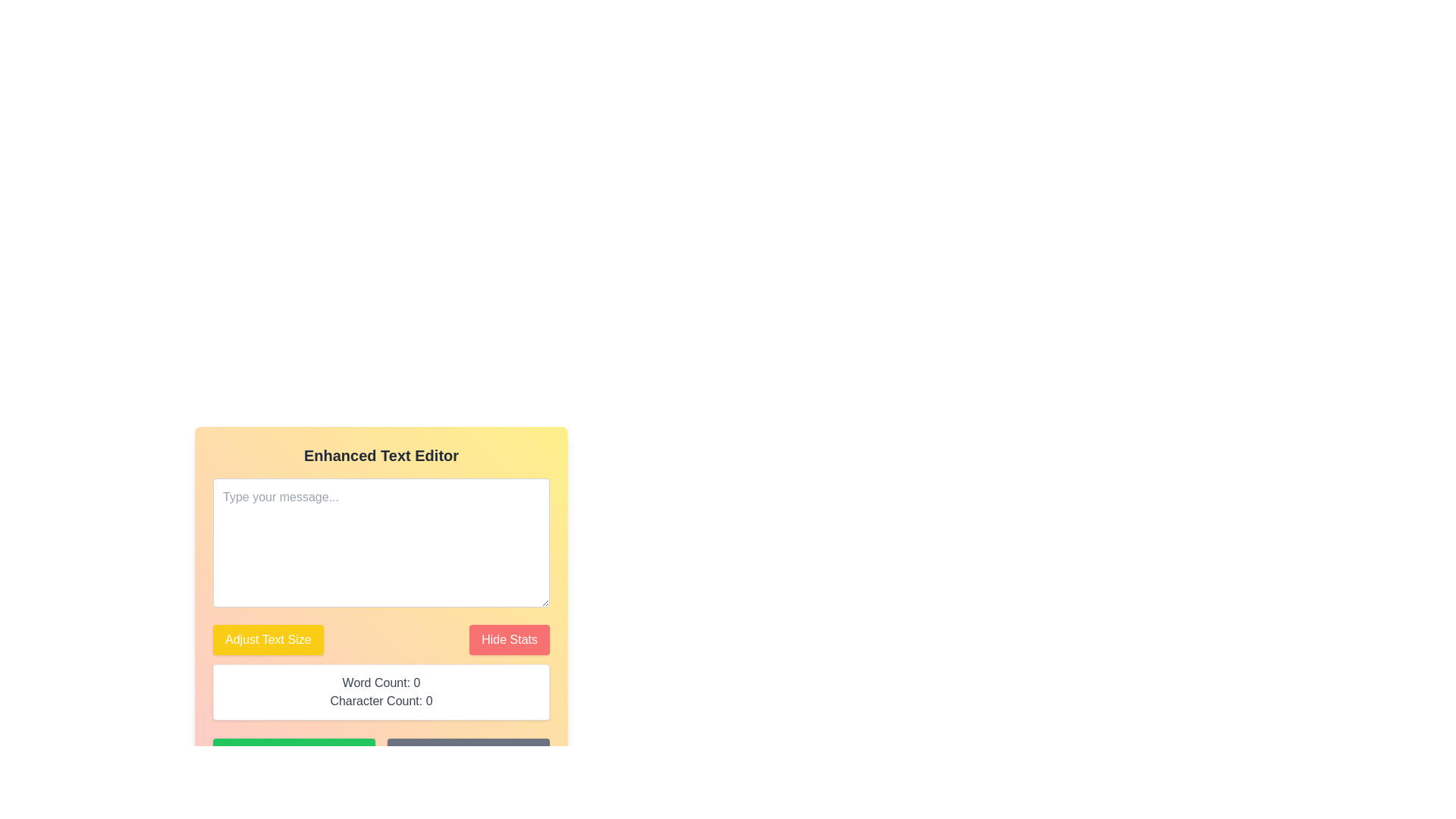 The height and width of the screenshot is (819, 1456). What do you see at coordinates (381, 754) in the screenshot?
I see `the button group containing the 'Save' and 'Clear' buttons` at bounding box center [381, 754].